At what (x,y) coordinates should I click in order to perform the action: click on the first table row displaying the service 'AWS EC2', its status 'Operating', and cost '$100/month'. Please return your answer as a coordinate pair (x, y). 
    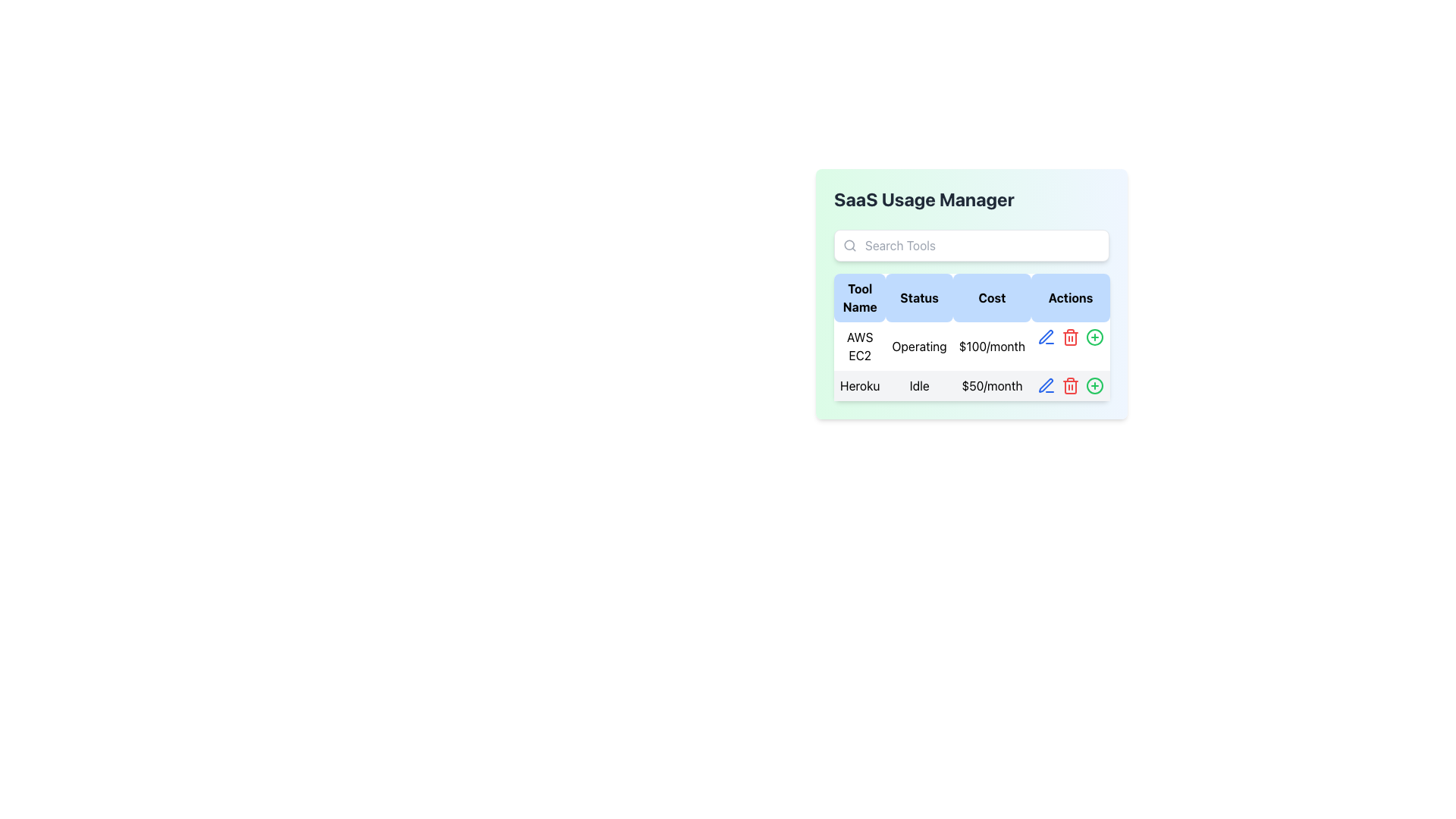
    Looking at the image, I should click on (971, 346).